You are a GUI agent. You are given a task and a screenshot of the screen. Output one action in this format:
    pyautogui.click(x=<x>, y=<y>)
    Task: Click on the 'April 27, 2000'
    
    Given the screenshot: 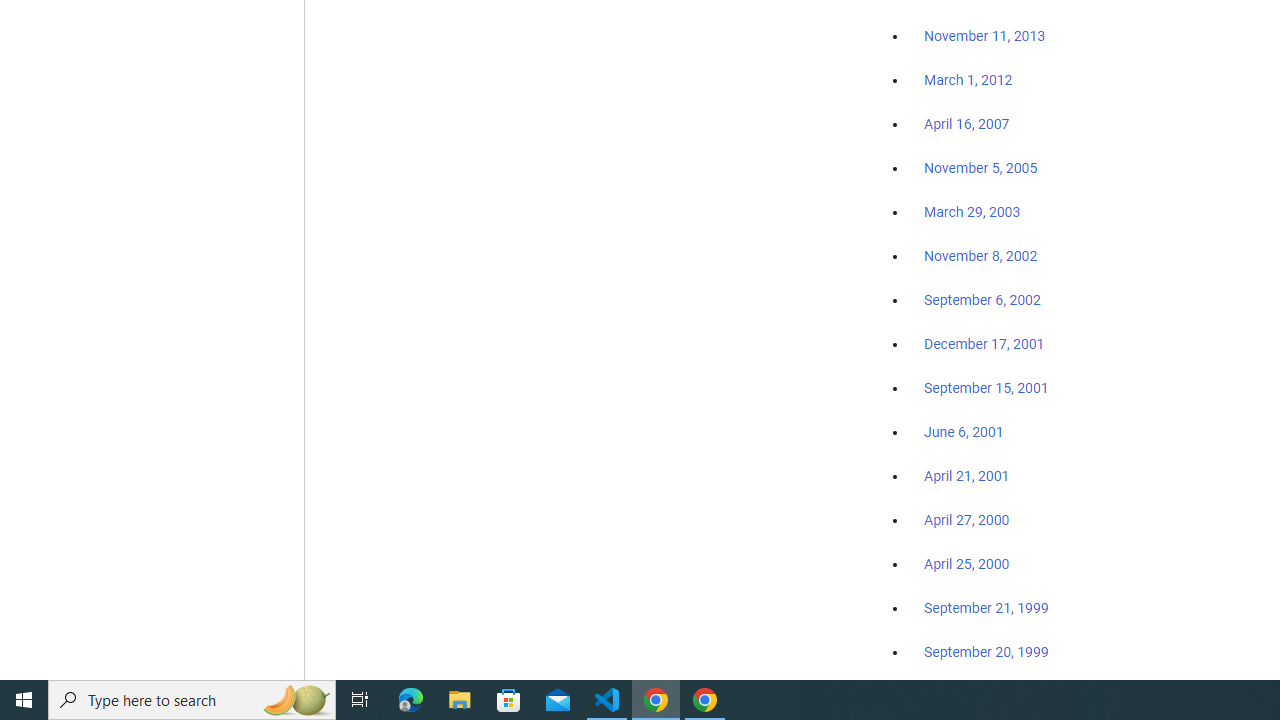 What is the action you would take?
    pyautogui.click(x=967, y=519)
    